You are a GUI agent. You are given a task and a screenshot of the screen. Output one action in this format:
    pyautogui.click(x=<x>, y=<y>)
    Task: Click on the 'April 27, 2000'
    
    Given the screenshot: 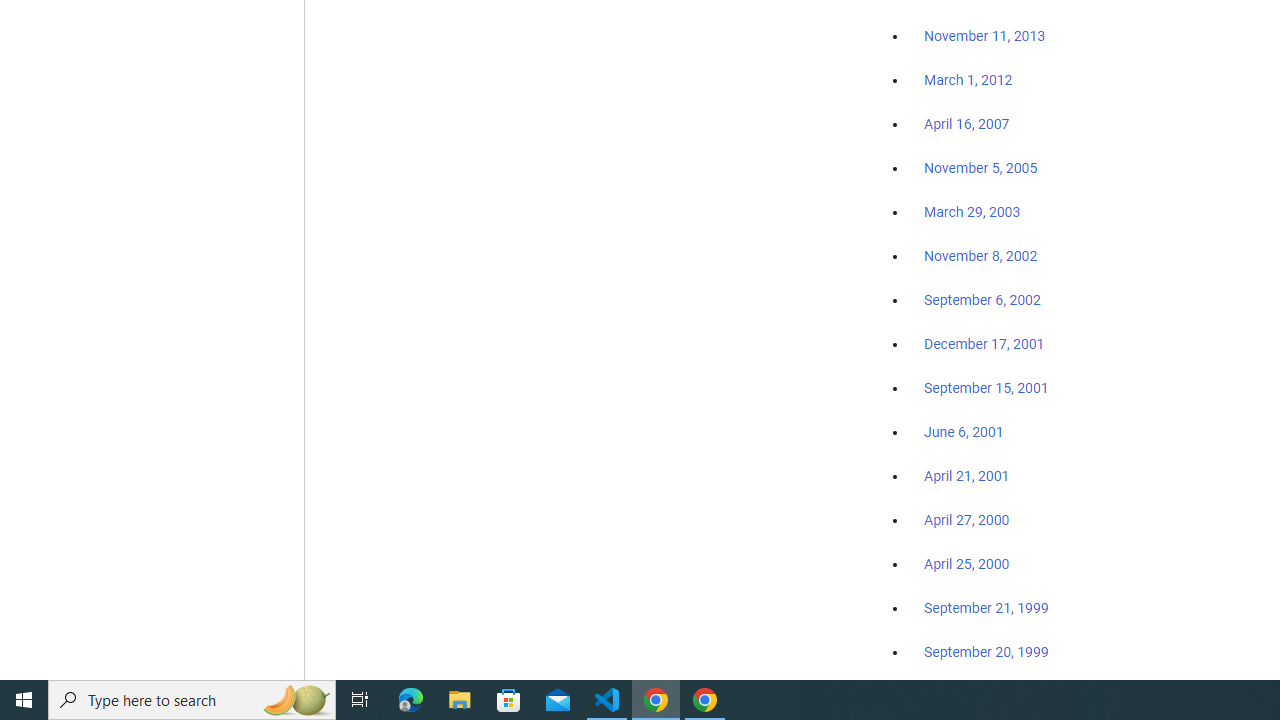 What is the action you would take?
    pyautogui.click(x=967, y=519)
    